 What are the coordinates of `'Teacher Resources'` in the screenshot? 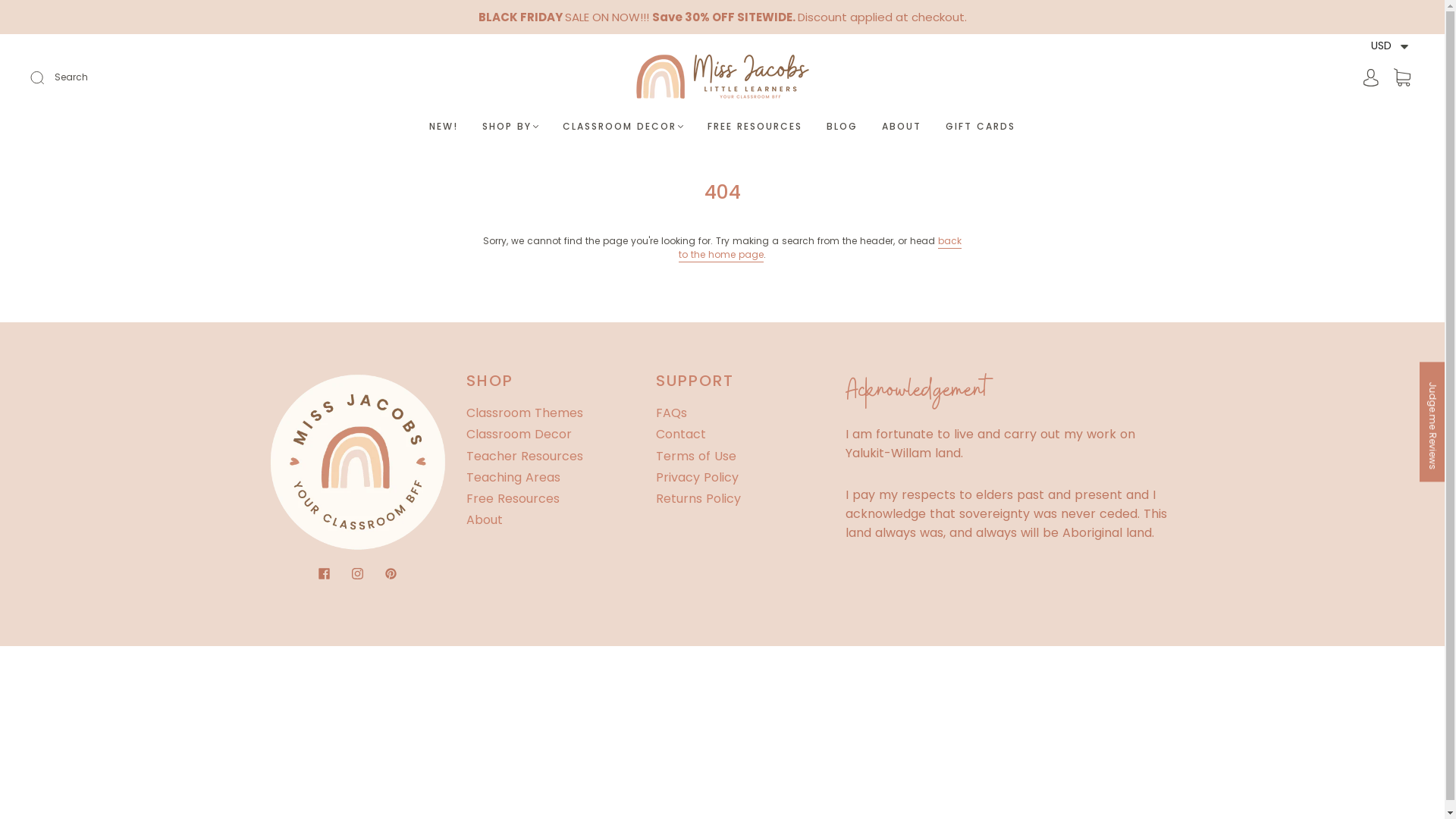 It's located at (524, 455).